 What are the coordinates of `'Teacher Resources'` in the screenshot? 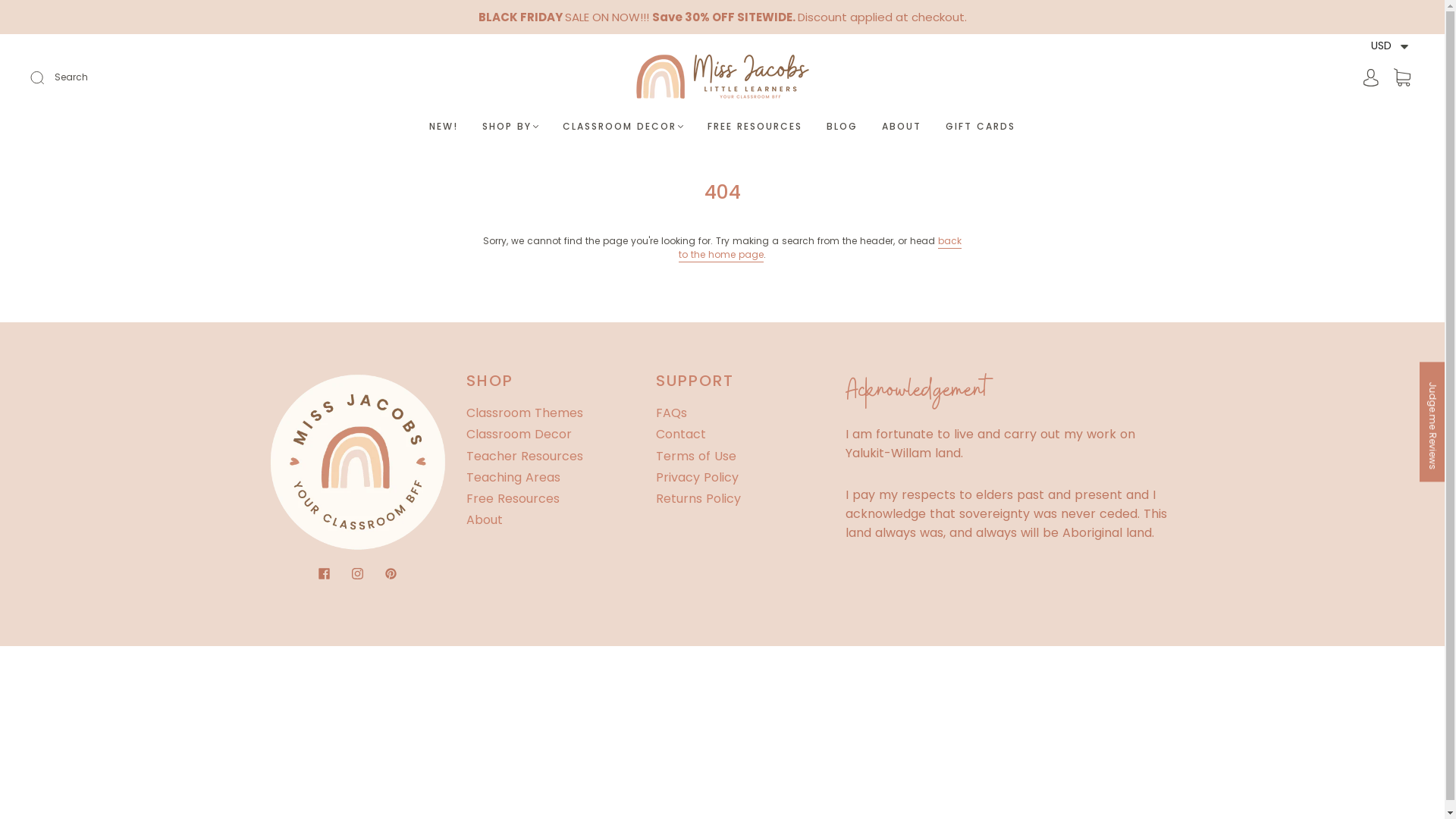 It's located at (524, 455).